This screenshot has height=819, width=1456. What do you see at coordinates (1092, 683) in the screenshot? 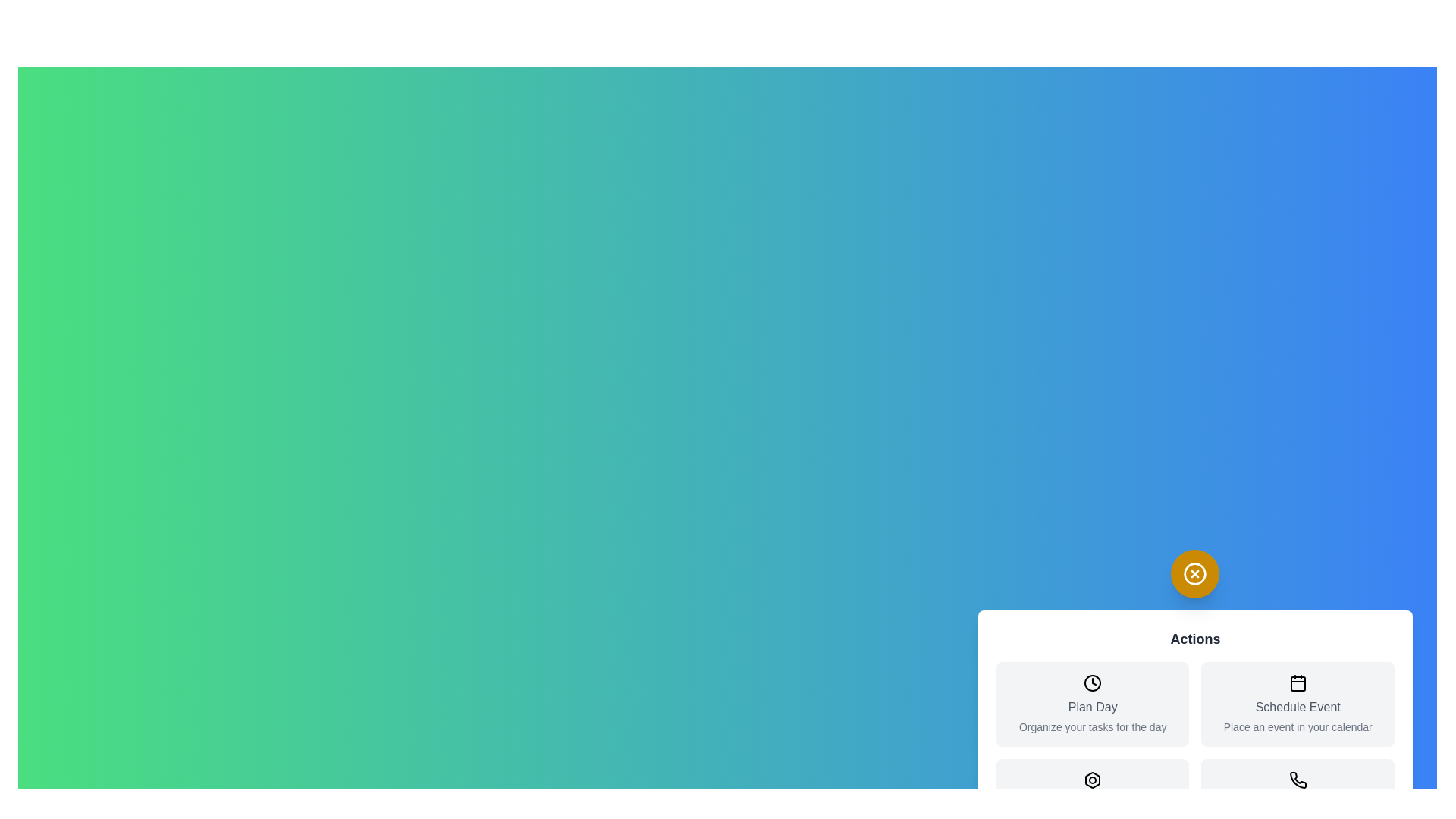
I see `the icon corresponding to Plan Day` at bounding box center [1092, 683].